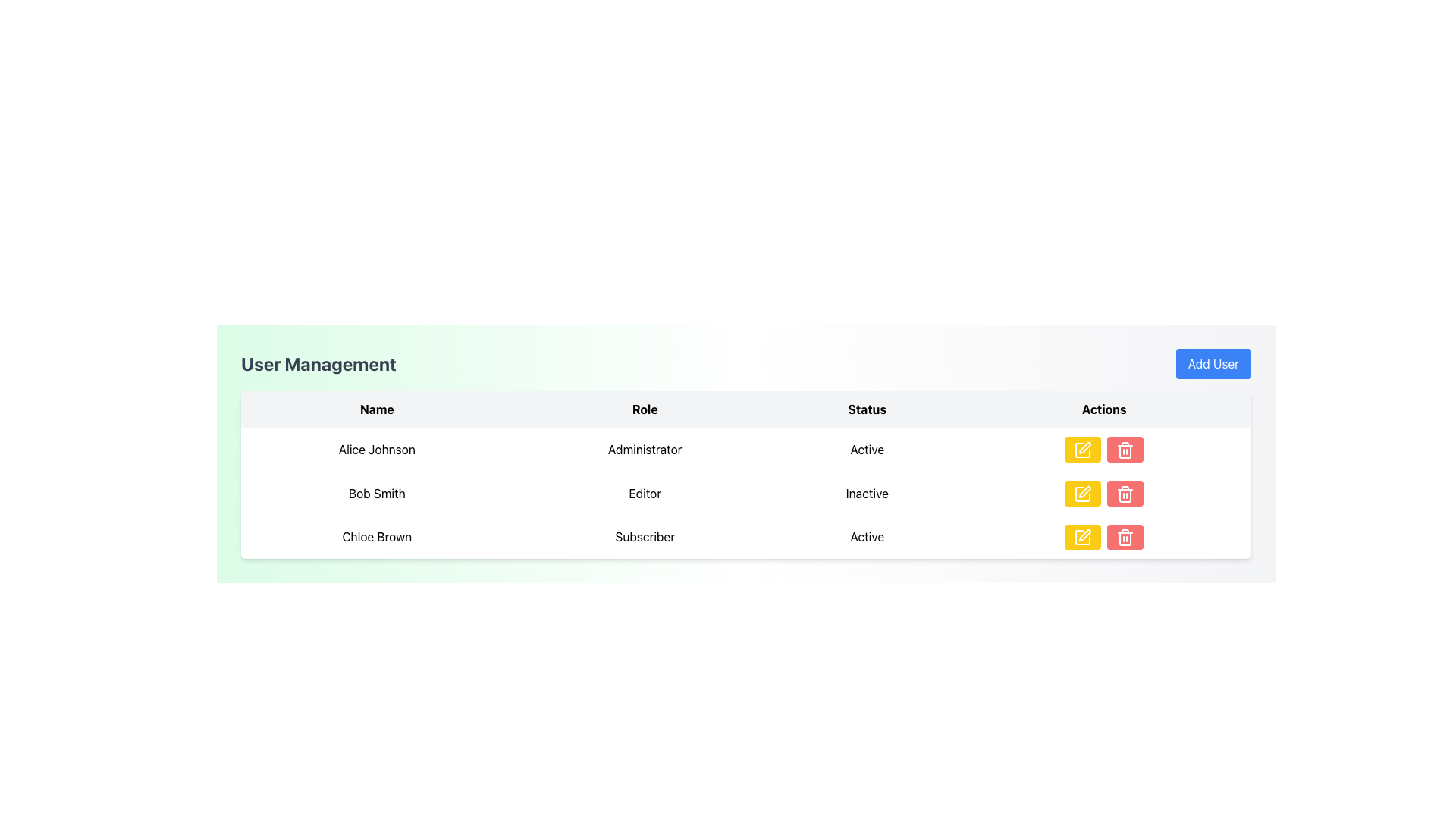 The width and height of the screenshot is (1456, 819). Describe the element at coordinates (867, 493) in the screenshot. I see `the text label indicating the status of 'Bob Smith' which displays 'Inactive' in the Status column of the table` at that location.